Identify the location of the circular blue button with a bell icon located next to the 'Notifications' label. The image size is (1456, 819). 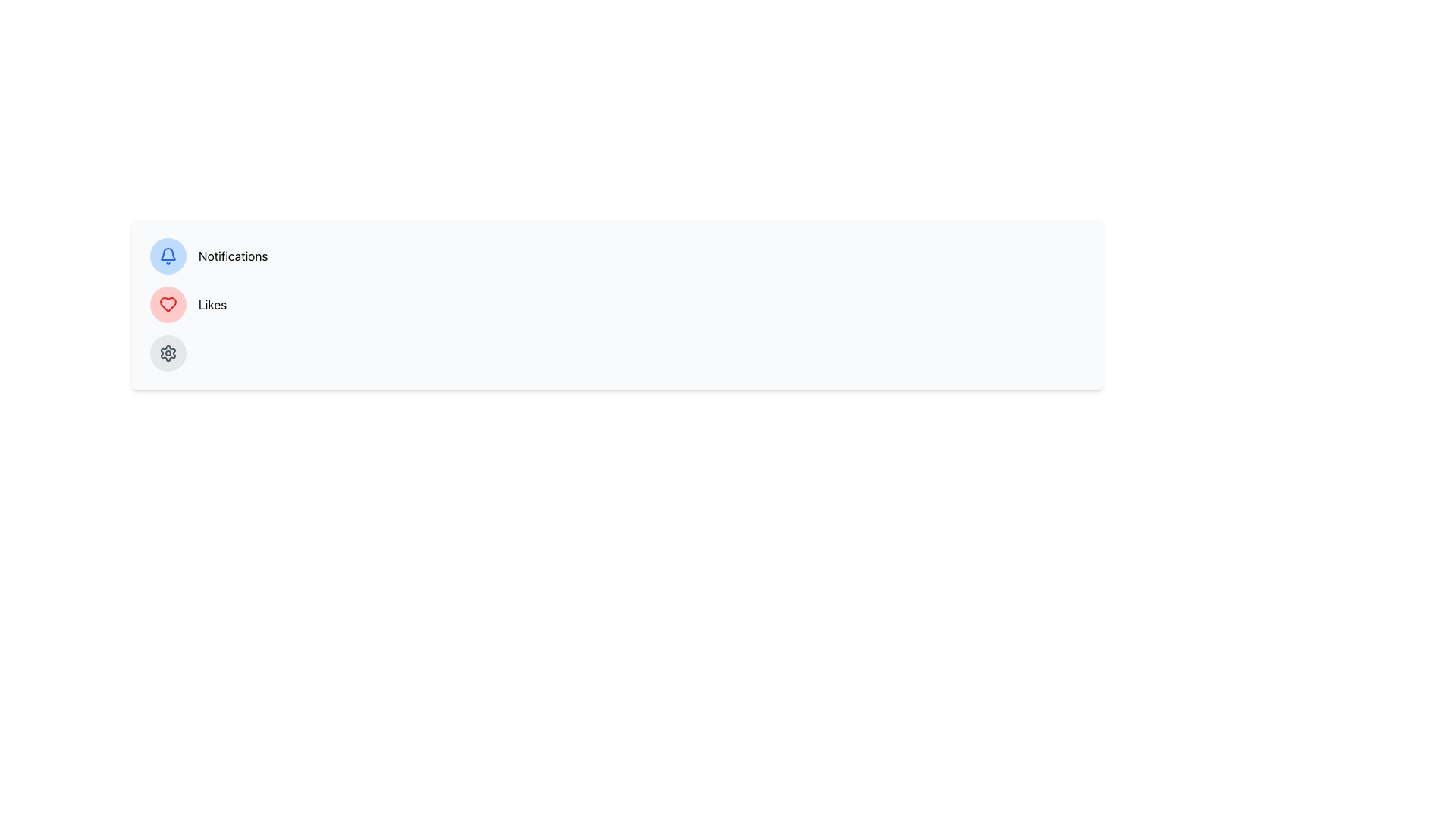
(168, 256).